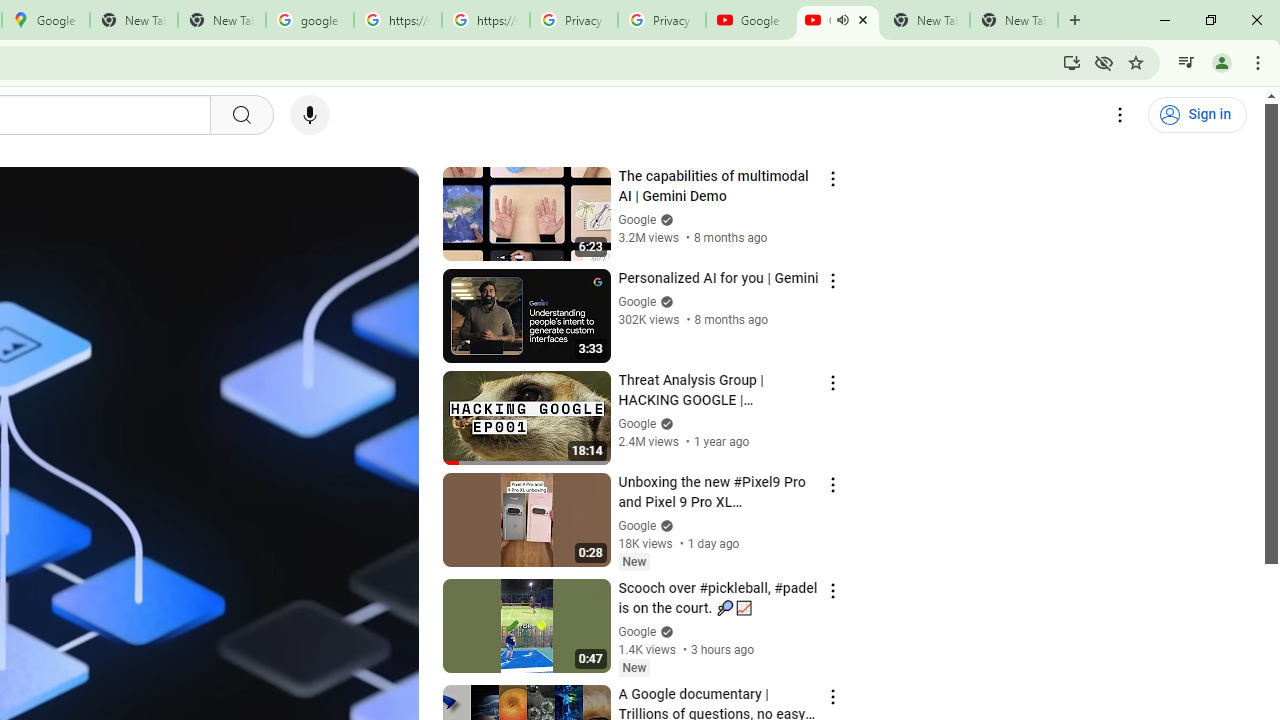  What do you see at coordinates (832, 695) in the screenshot?
I see `'Action menu'` at bounding box center [832, 695].